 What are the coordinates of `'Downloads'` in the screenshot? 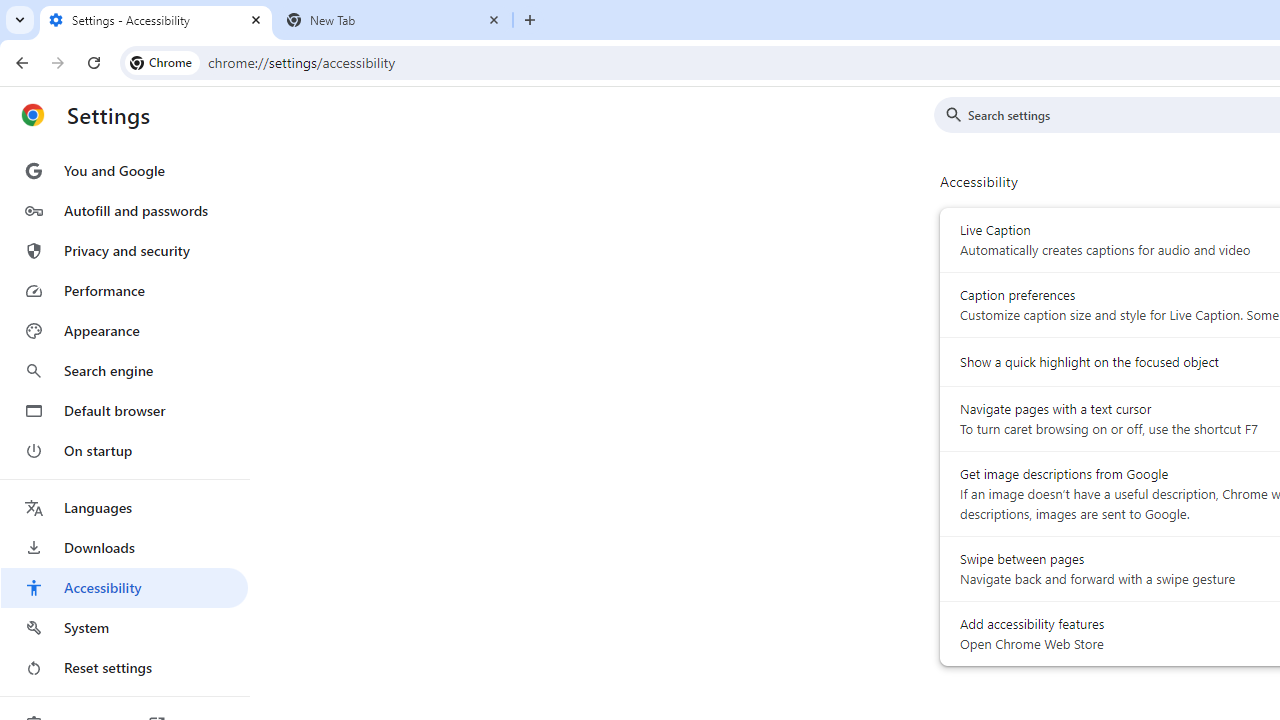 It's located at (123, 547).